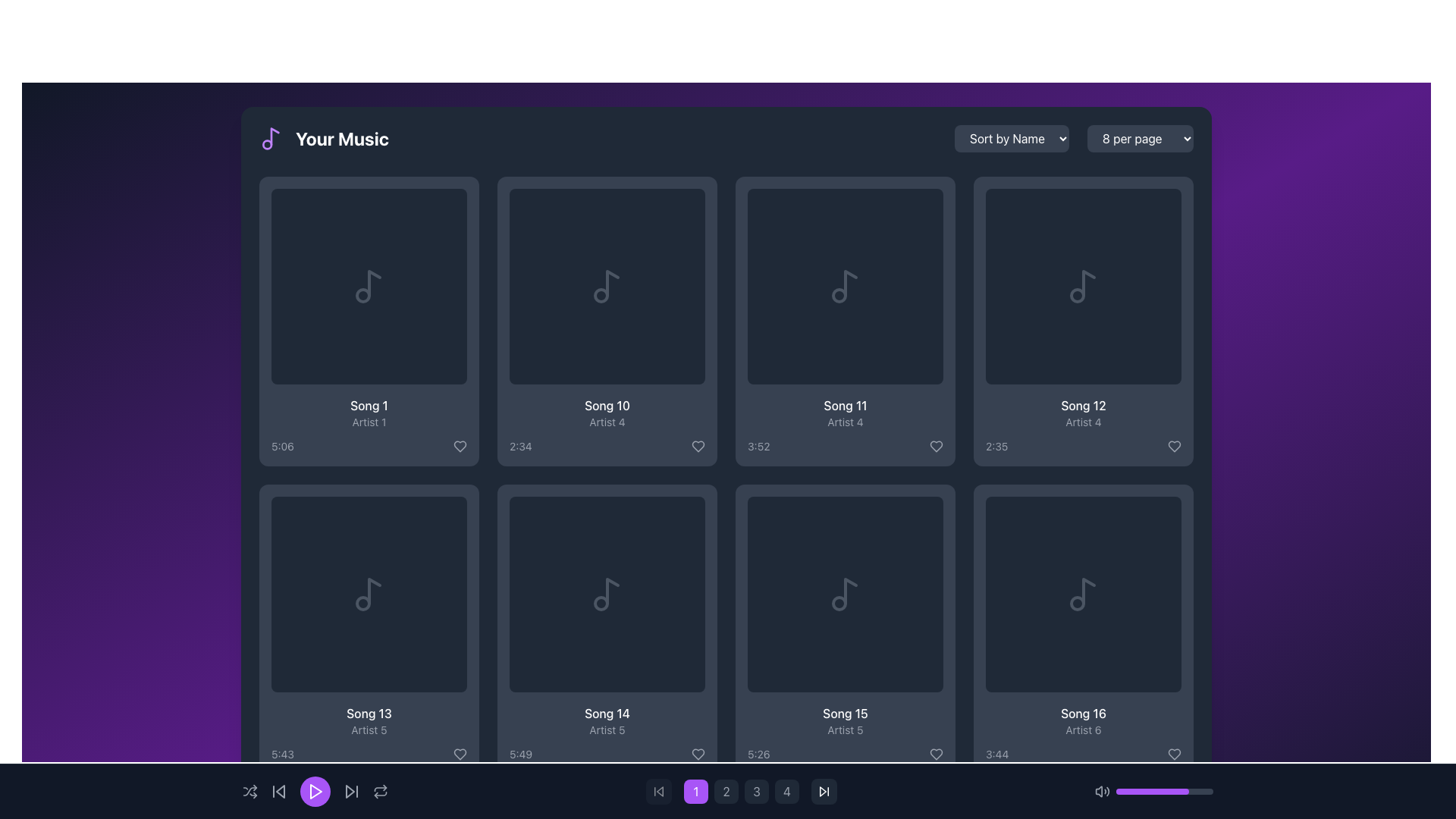 The width and height of the screenshot is (1456, 819). I want to click on the static text label indicating the artist associated with 'Song 10', which is located in the second card of the first row, positioned under the title and above the time duration '2:34', so click(607, 422).